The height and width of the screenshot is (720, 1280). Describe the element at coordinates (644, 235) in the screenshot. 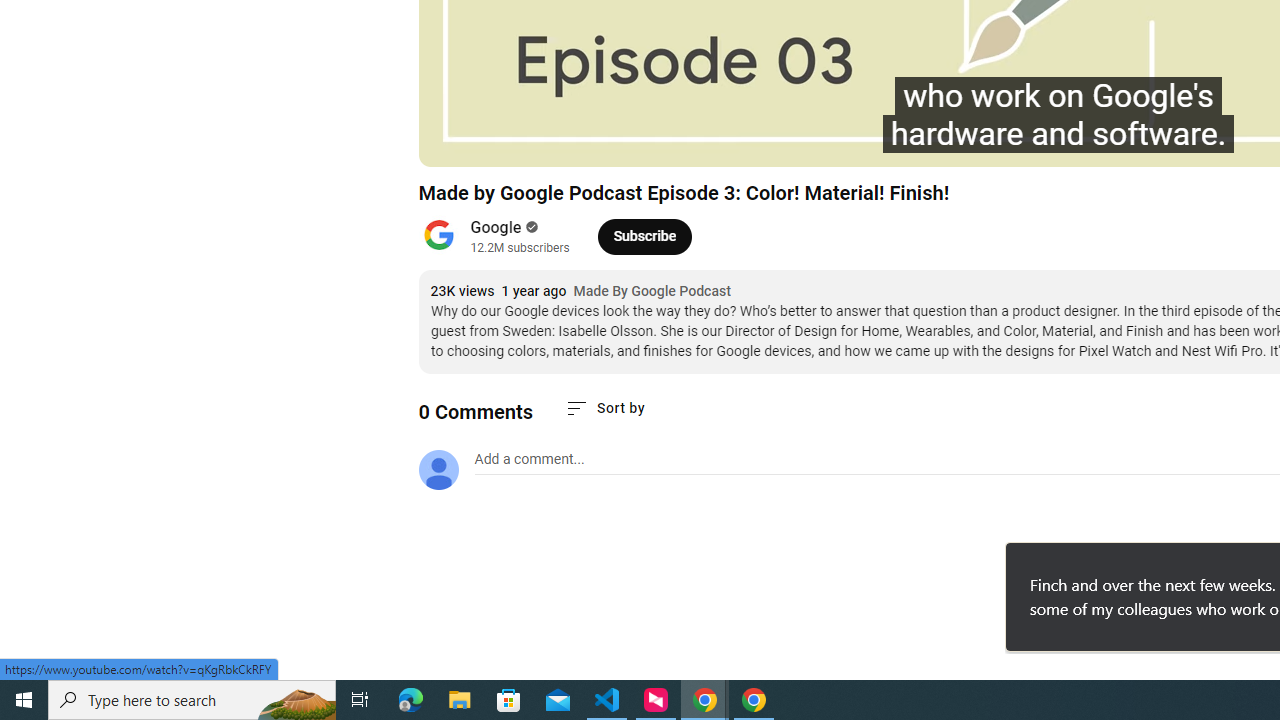

I see `'Subscribe to Google.'` at that location.